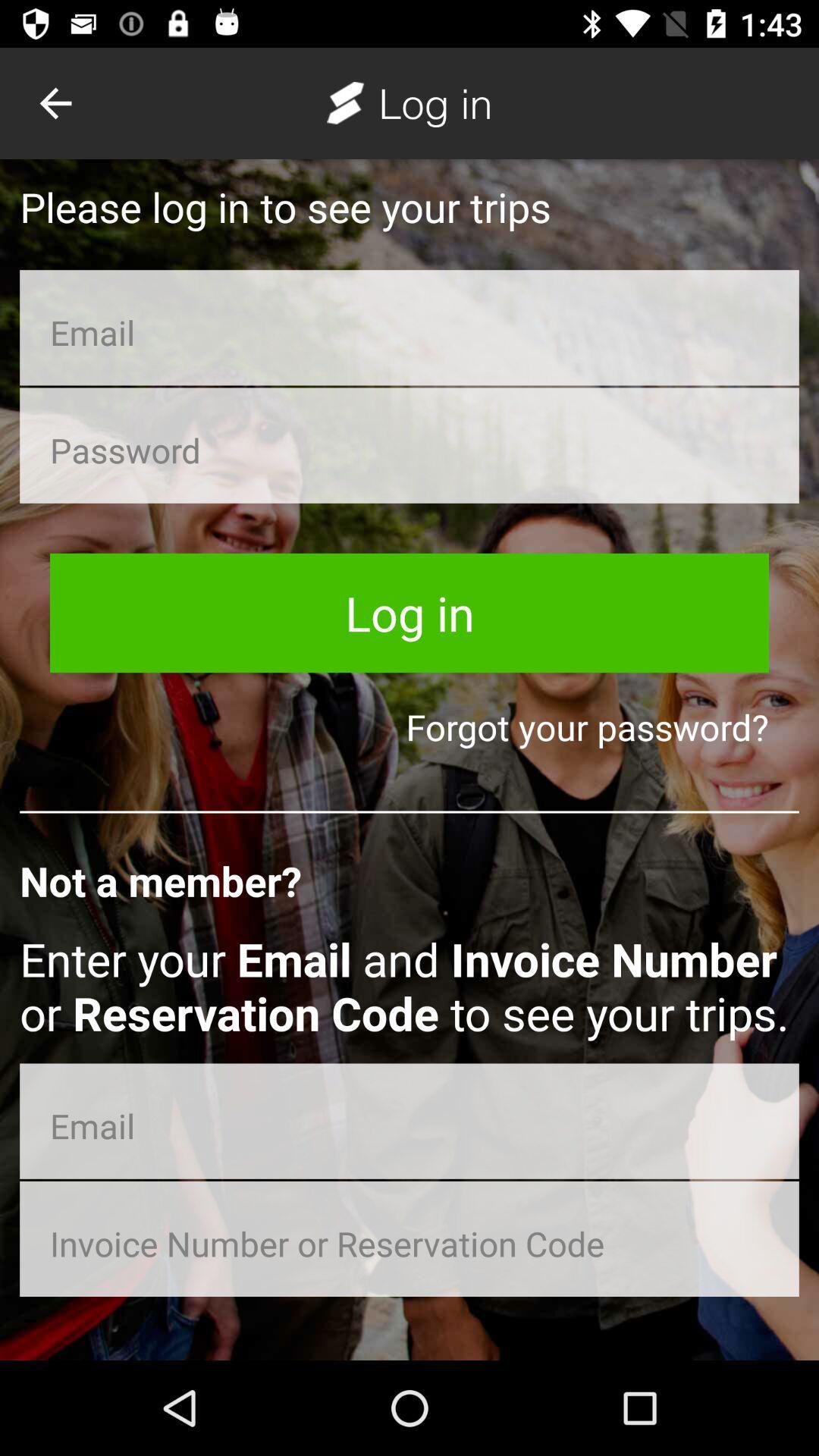 The height and width of the screenshot is (1456, 819). Describe the element at coordinates (409, 327) in the screenshot. I see `email` at that location.